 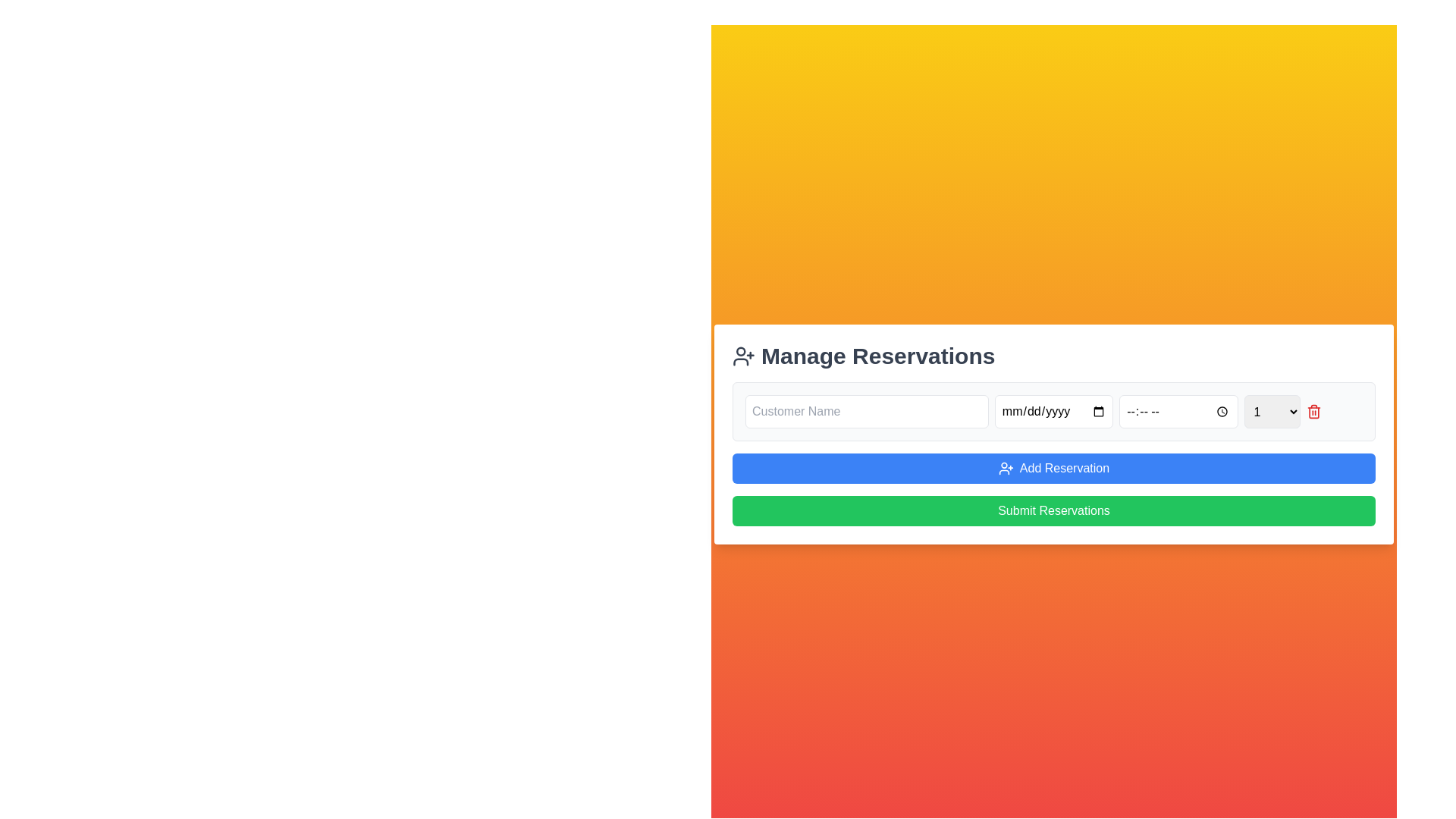 I want to click on the 'Add Reservation' button, which is a rectangular button with rounded edges and a blue background displaying white text, so click(x=1053, y=467).